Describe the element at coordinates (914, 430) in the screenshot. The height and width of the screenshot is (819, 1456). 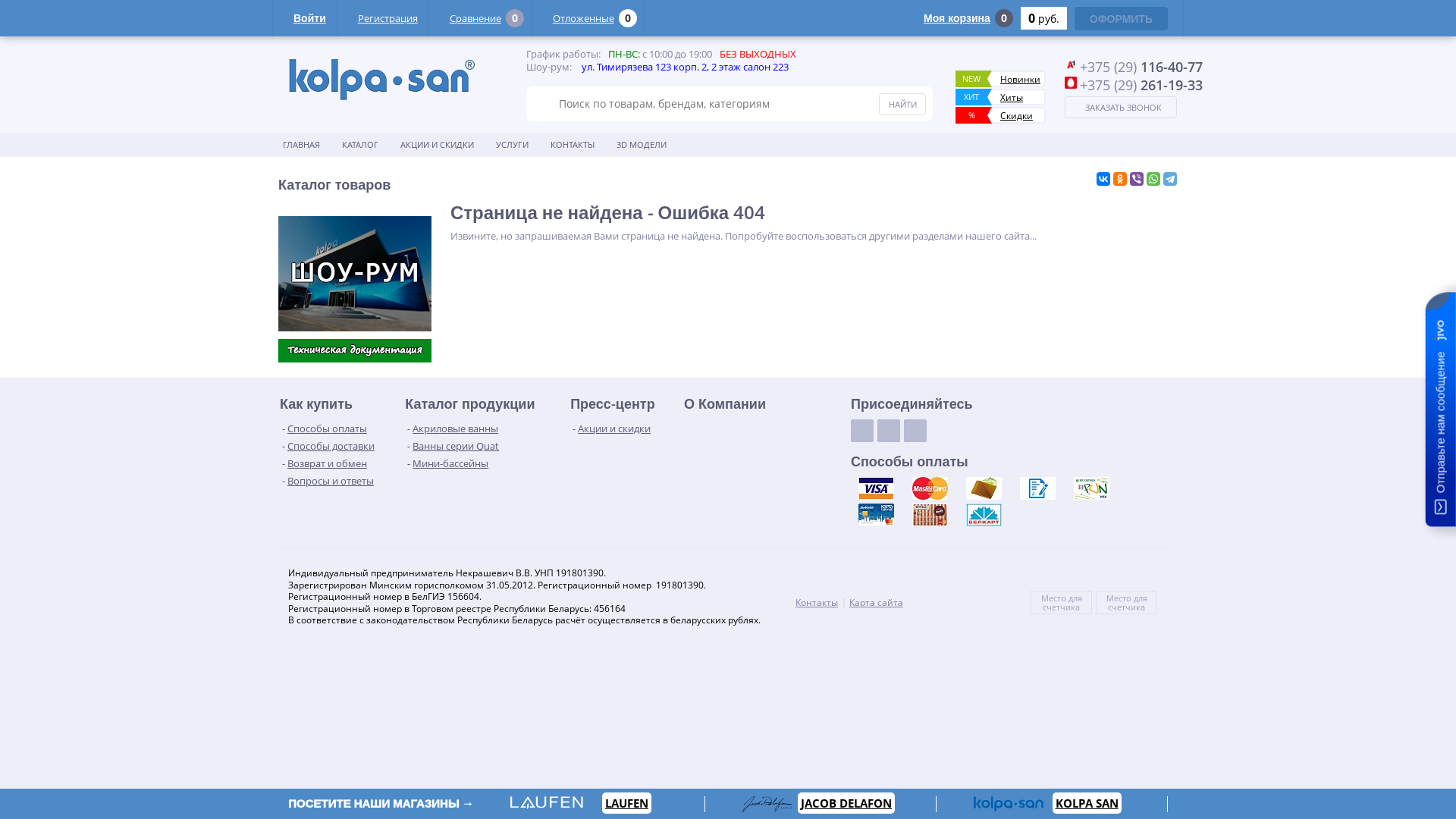
I see `'Instagram'` at that location.